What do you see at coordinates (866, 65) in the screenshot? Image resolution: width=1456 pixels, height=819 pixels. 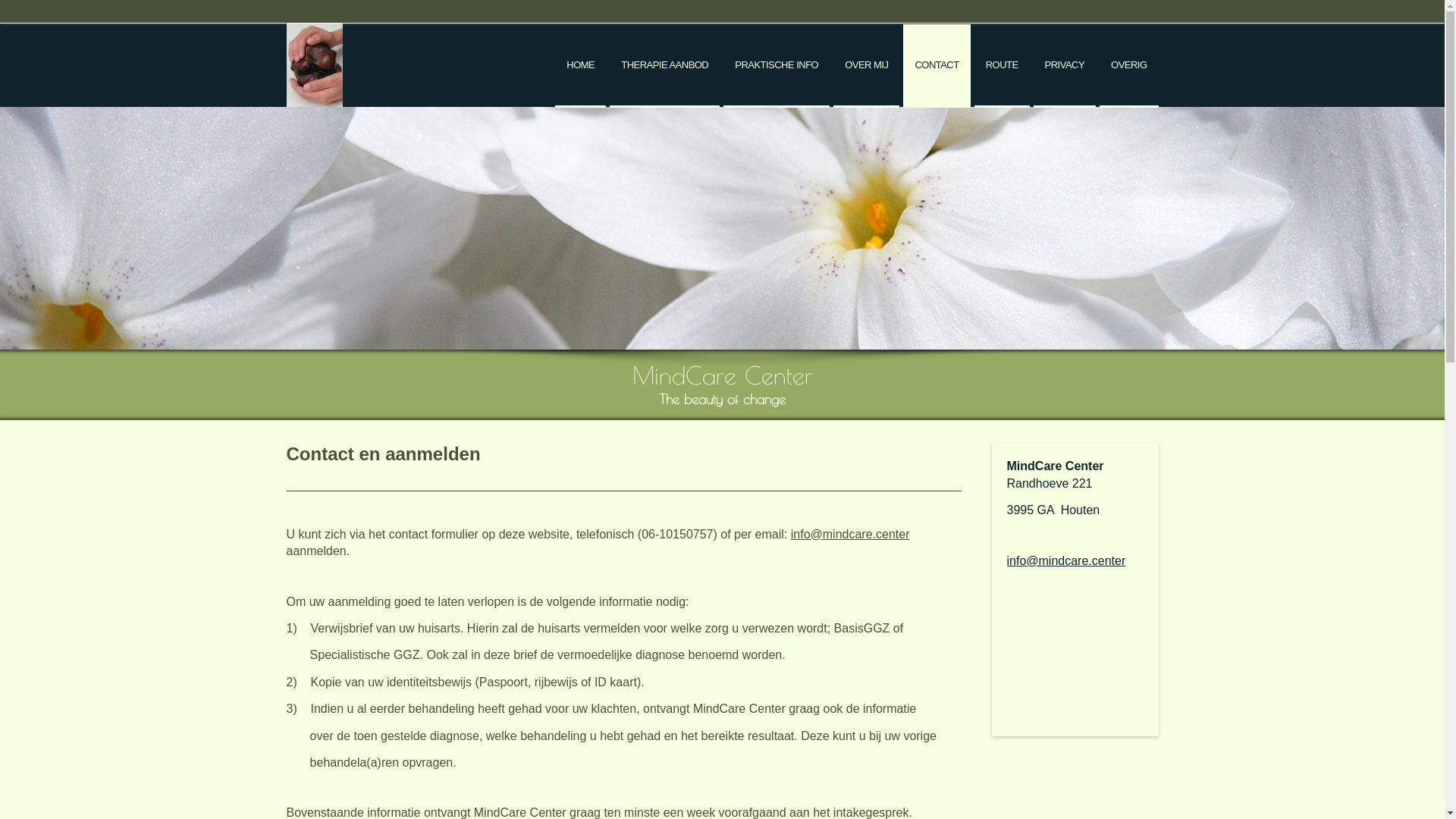 I see `'OVER MIJ'` at bounding box center [866, 65].